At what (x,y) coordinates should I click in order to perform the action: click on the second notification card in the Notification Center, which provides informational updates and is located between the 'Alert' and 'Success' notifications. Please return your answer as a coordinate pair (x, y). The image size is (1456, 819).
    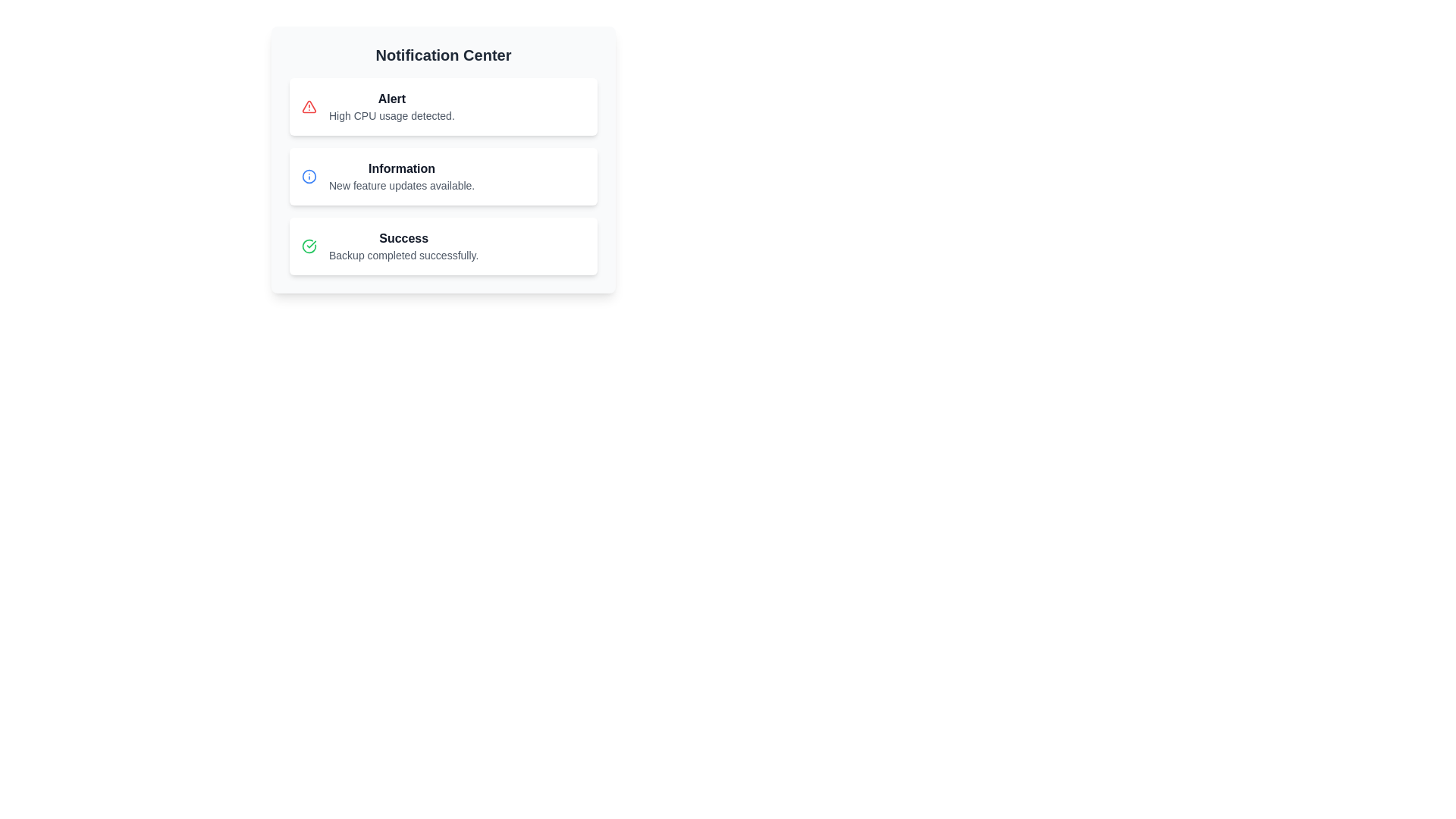
    Looking at the image, I should click on (443, 160).